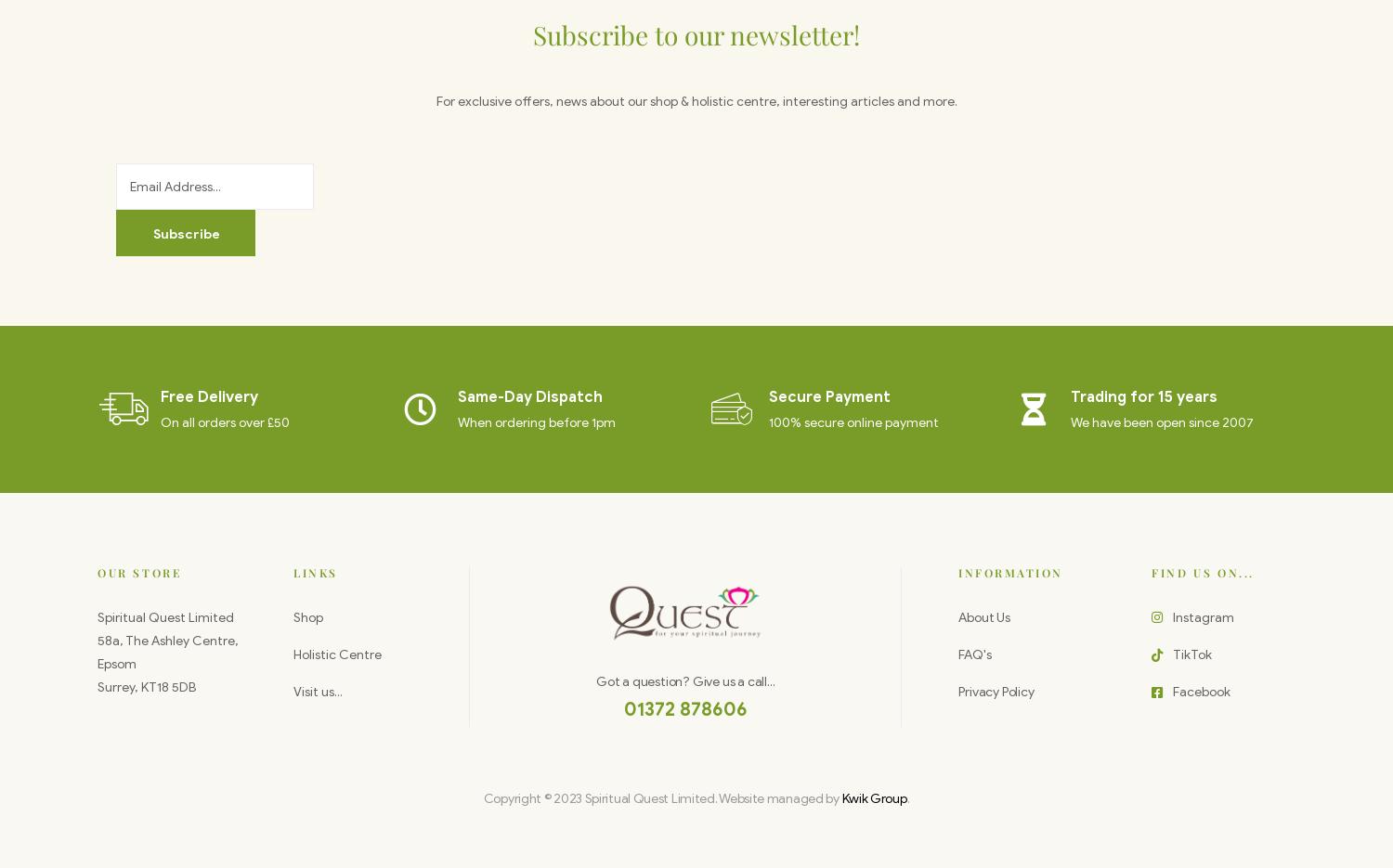 The image size is (1393, 868). I want to click on 'Trading for 15 years', so click(1071, 395).